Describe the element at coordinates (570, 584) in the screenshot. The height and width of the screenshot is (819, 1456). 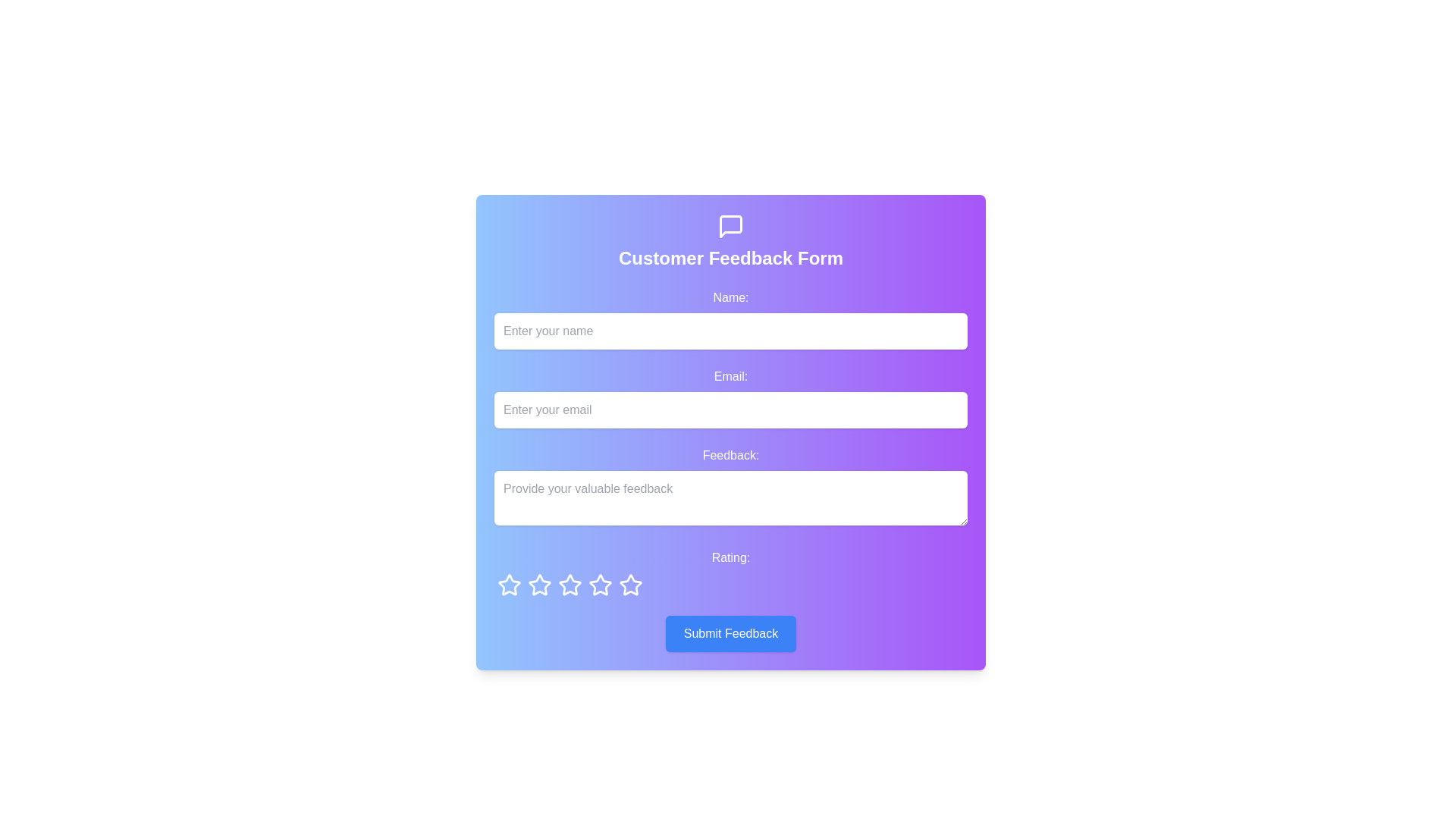
I see `the fifth star icon in the rating section, which is a hollow outlined star displayed in white with a glow` at that location.